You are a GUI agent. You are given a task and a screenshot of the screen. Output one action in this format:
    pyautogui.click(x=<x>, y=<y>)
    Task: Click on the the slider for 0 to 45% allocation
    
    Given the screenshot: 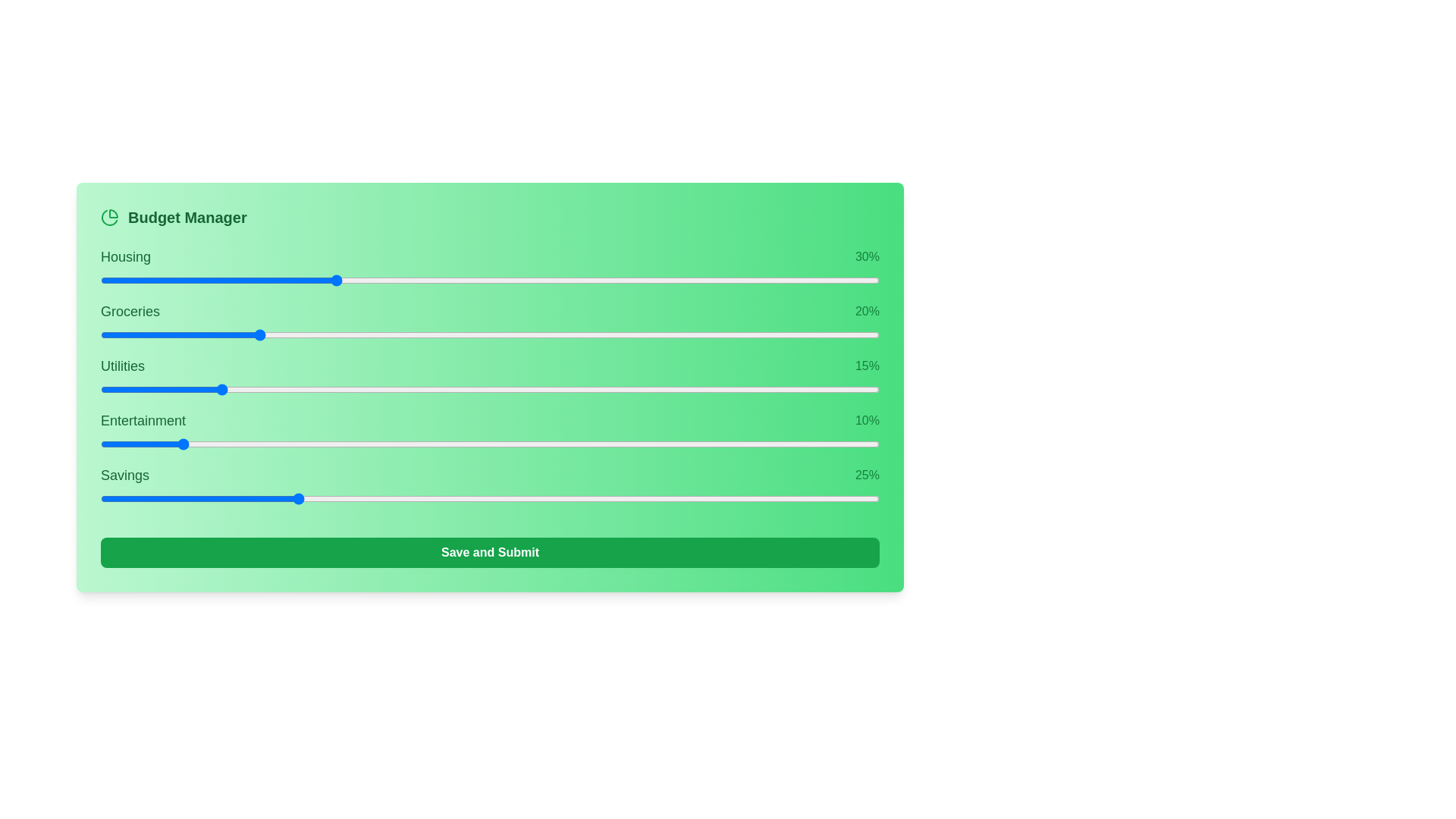 What is the action you would take?
    pyautogui.click(x=665, y=281)
    